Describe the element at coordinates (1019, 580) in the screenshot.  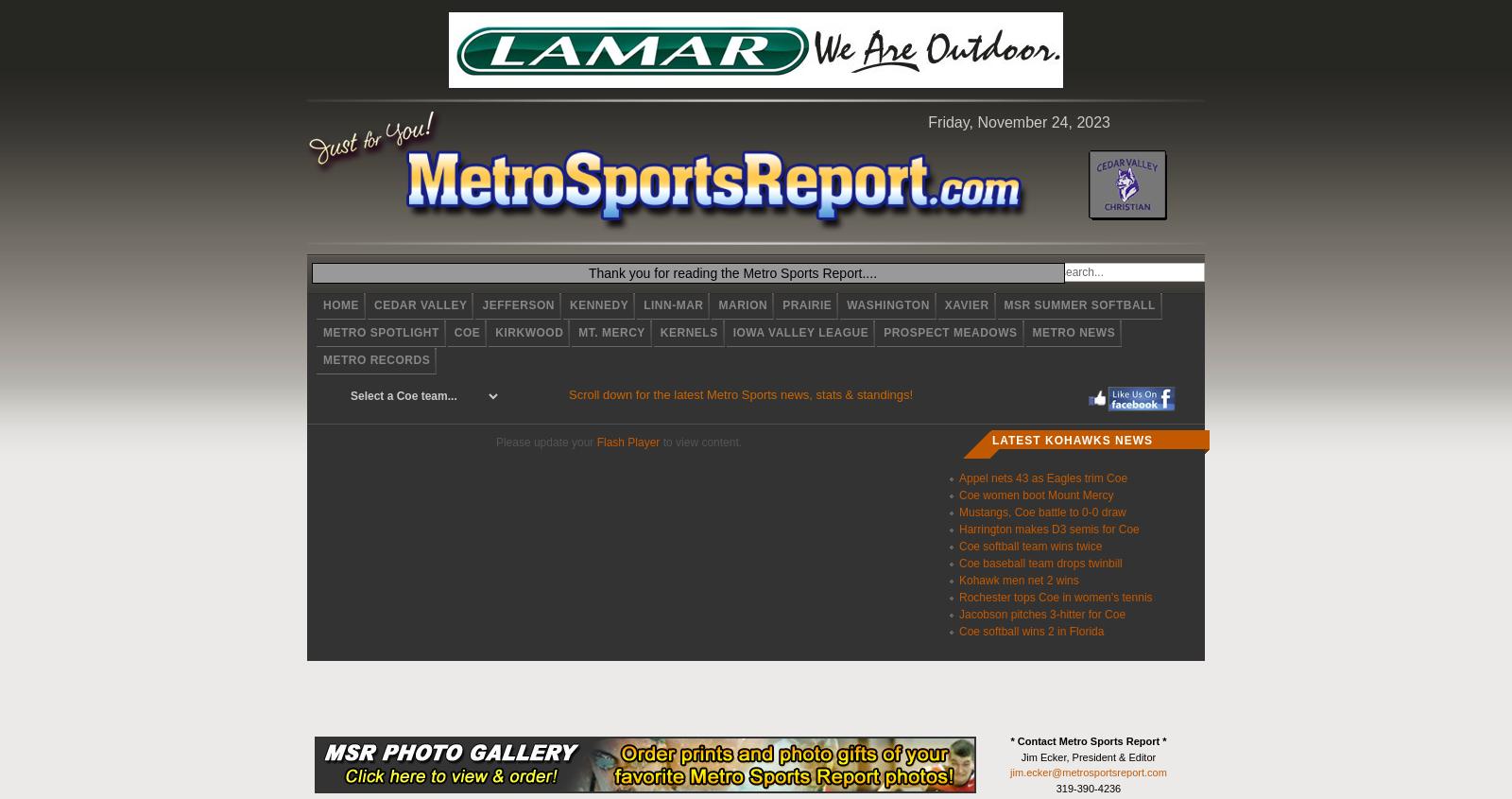
I see `'Kohawk men net 2 wins'` at that location.